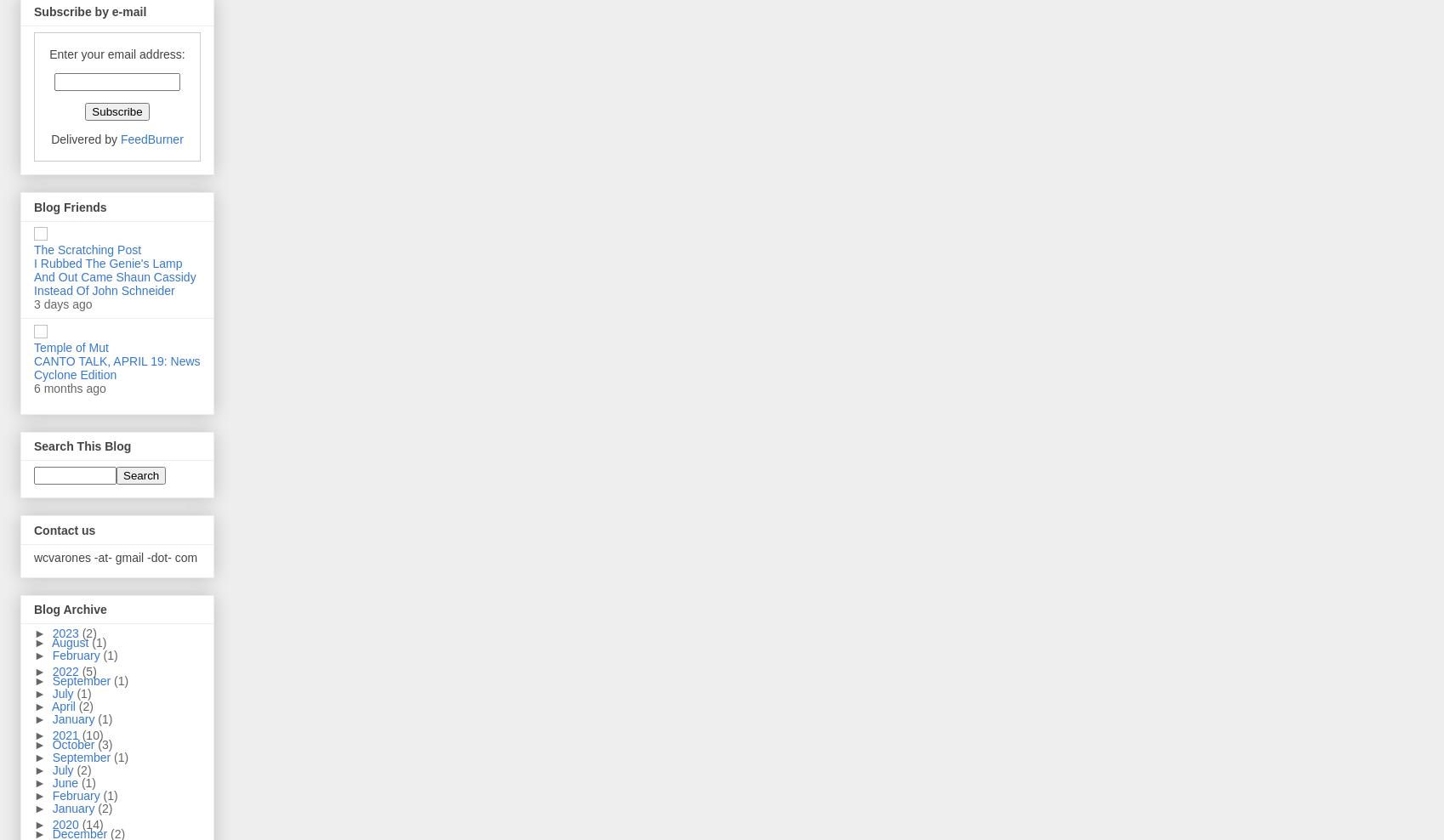 The width and height of the screenshot is (1444, 840). What do you see at coordinates (34, 556) in the screenshot?
I see `'wcvarones -at- gmail -dot- com'` at bounding box center [34, 556].